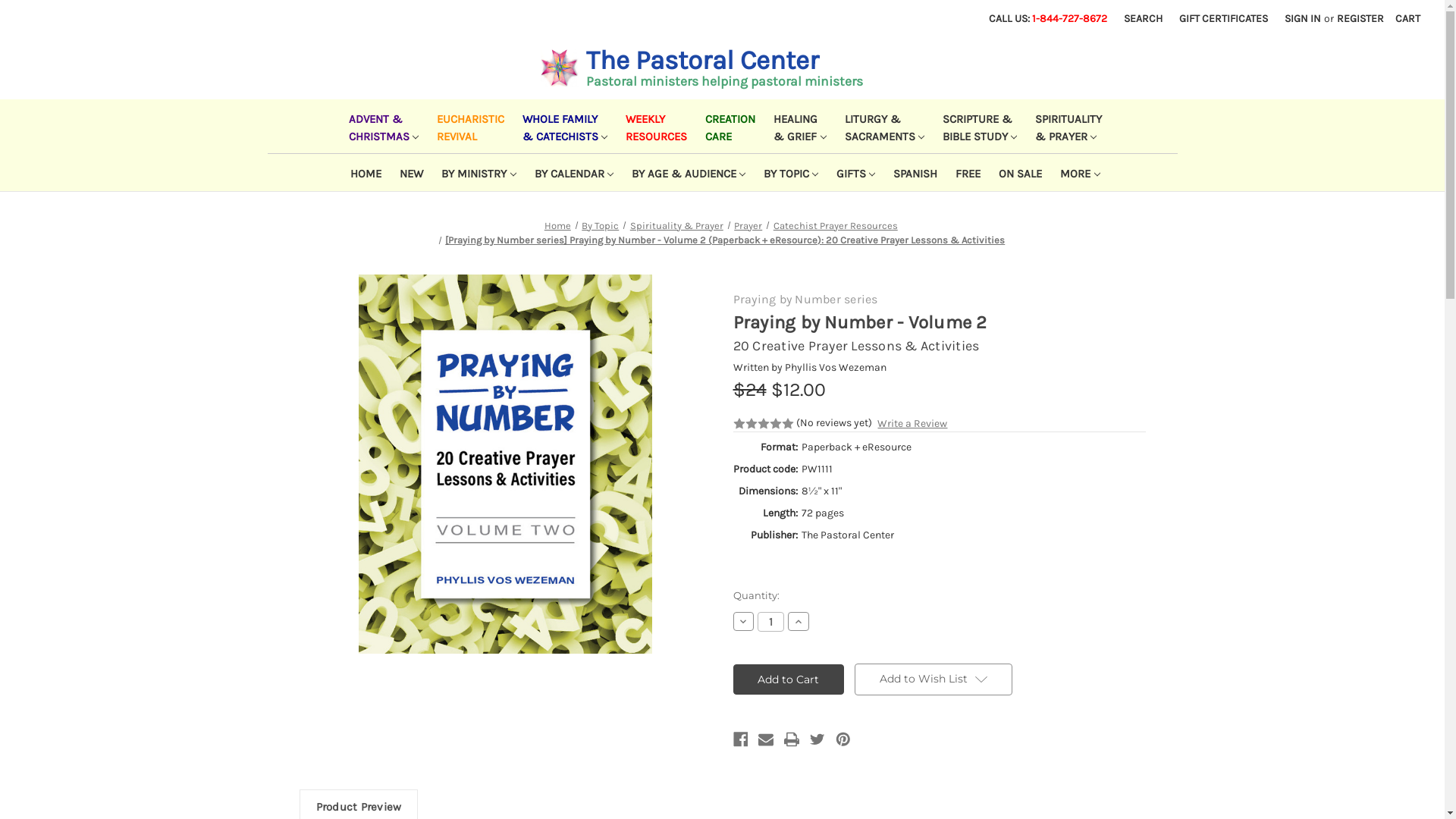 Image resolution: width=1456 pixels, height=819 pixels. I want to click on 'Add to Wish List', so click(932, 678).